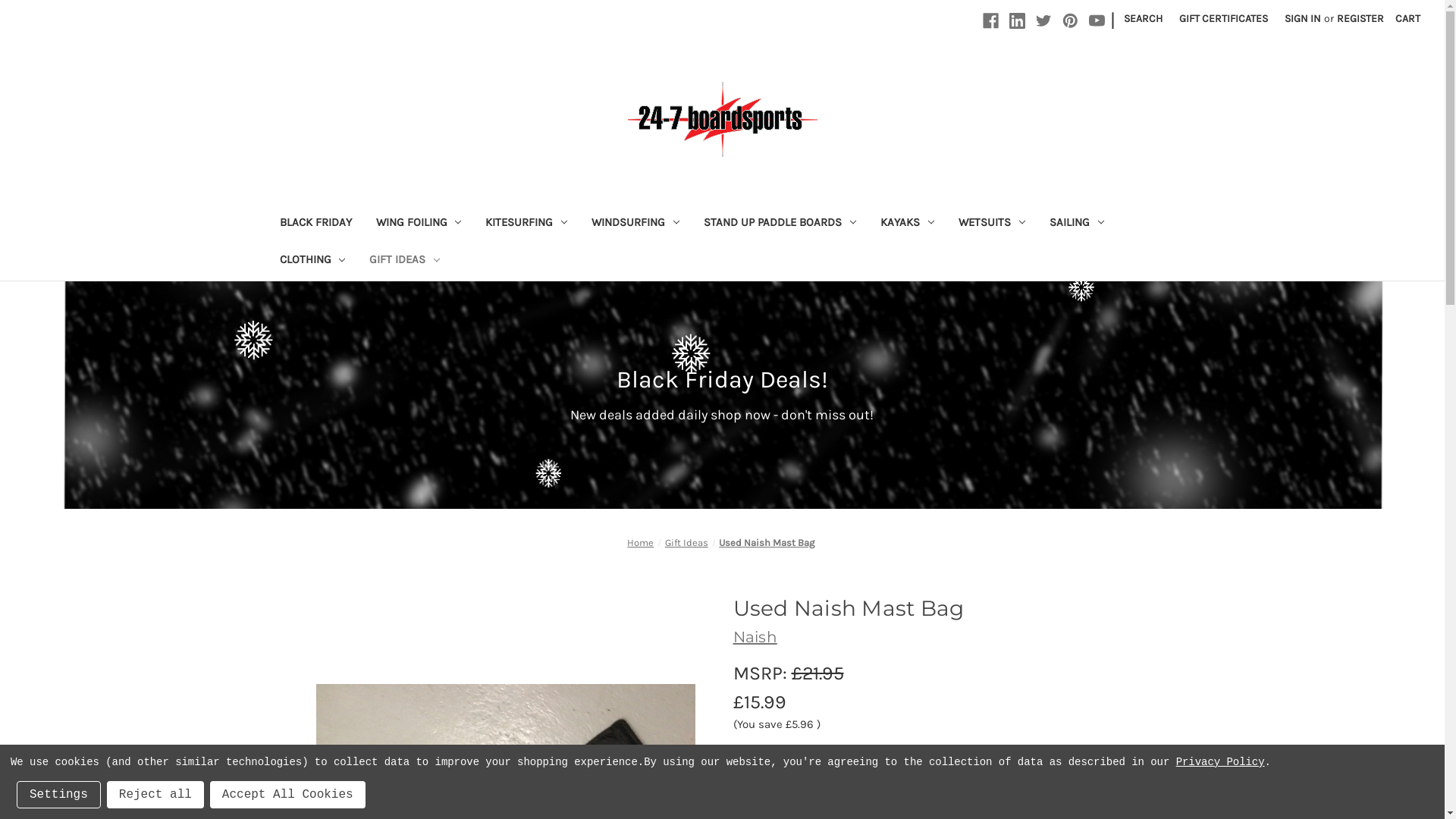  Describe the element at coordinates (990, 20) in the screenshot. I see `'Facebook'` at that location.